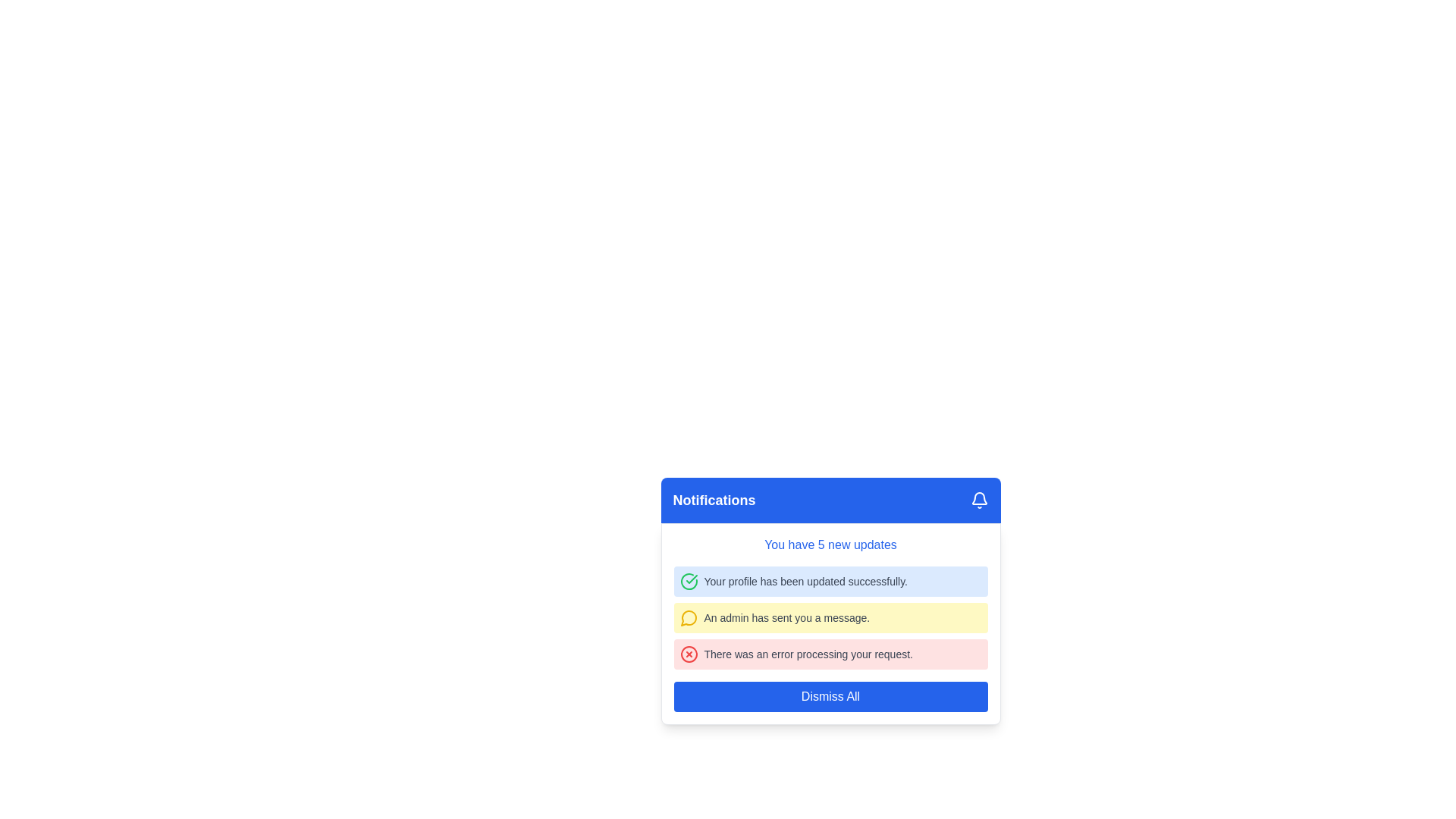 Image resolution: width=1456 pixels, height=819 pixels. I want to click on the green checkmark icon in the notification panel indicating that the profile has been updated successfully, so click(688, 581).